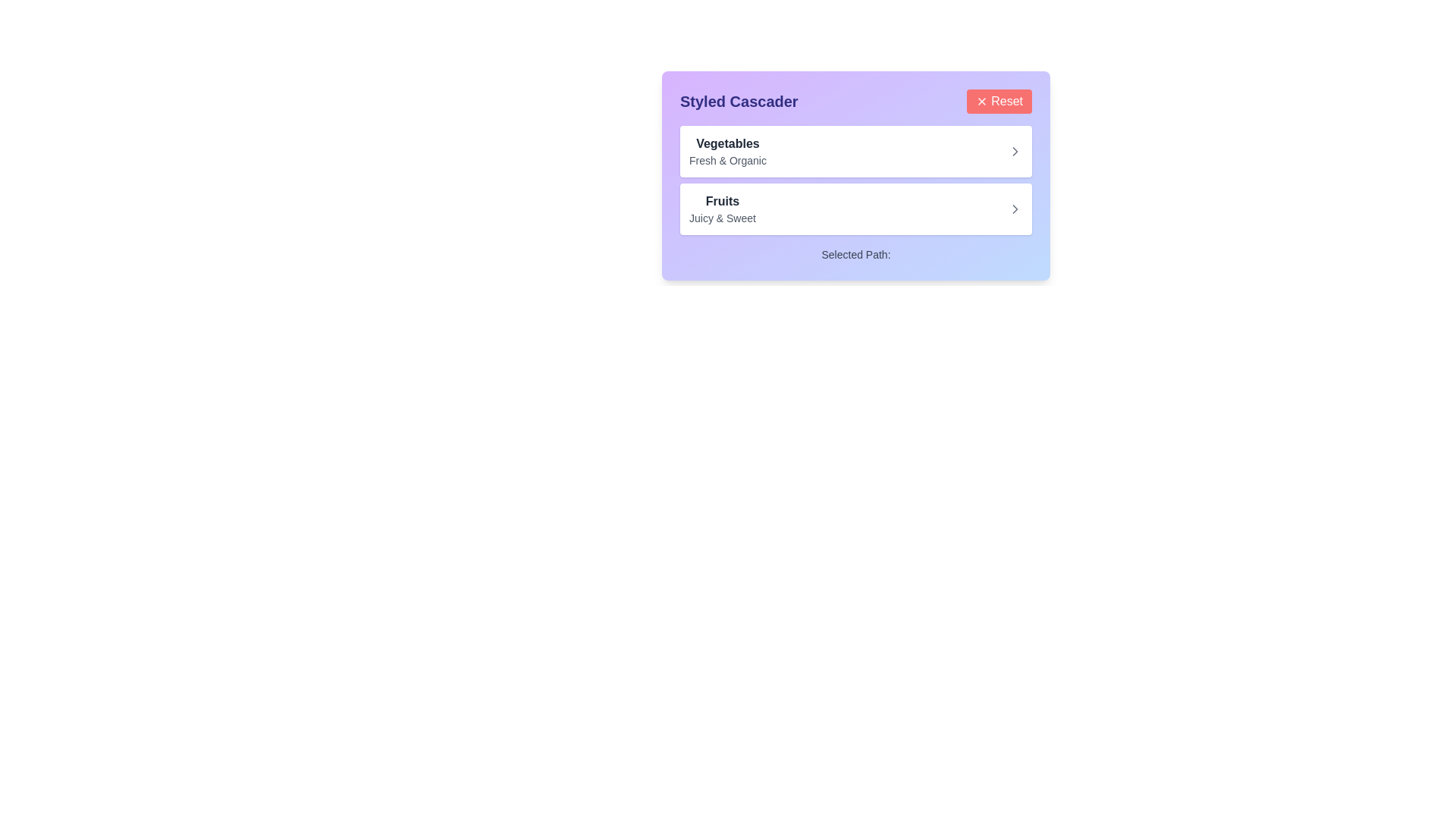  What do you see at coordinates (728, 152) in the screenshot?
I see `the text label for 'Vegetables'` at bounding box center [728, 152].